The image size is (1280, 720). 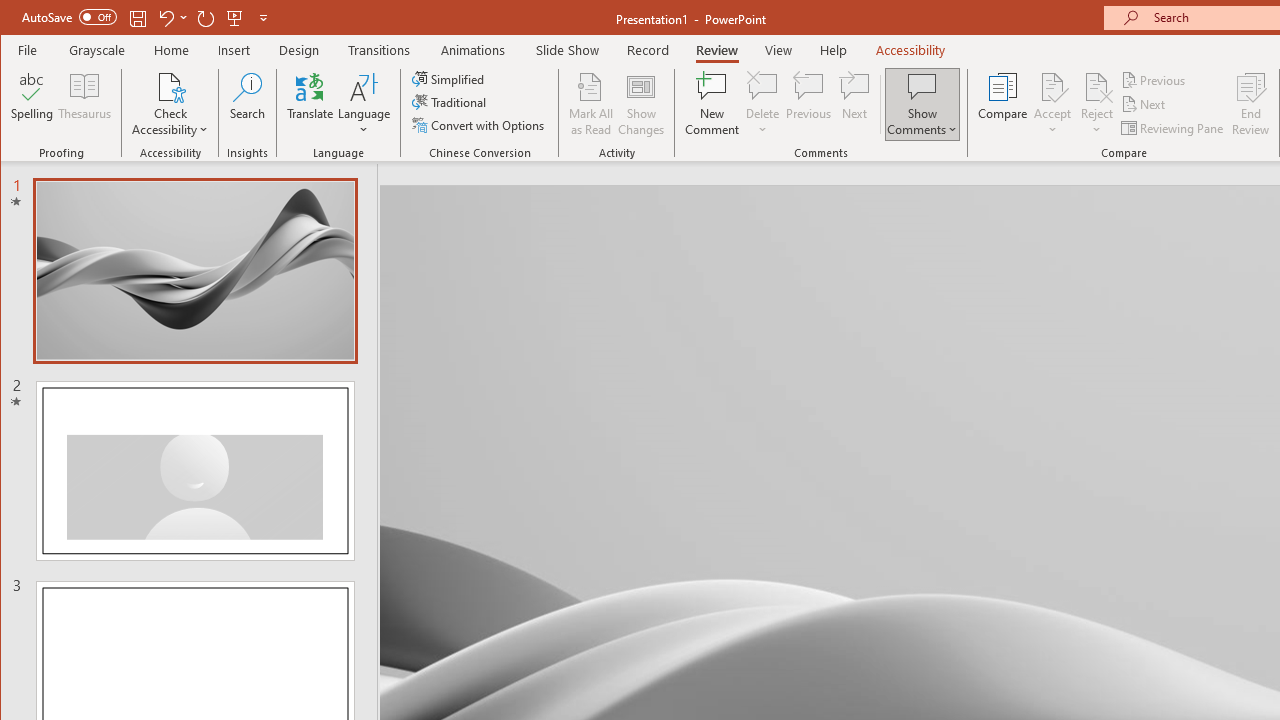 What do you see at coordinates (96, 49) in the screenshot?
I see `'Grayscale'` at bounding box center [96, 49].